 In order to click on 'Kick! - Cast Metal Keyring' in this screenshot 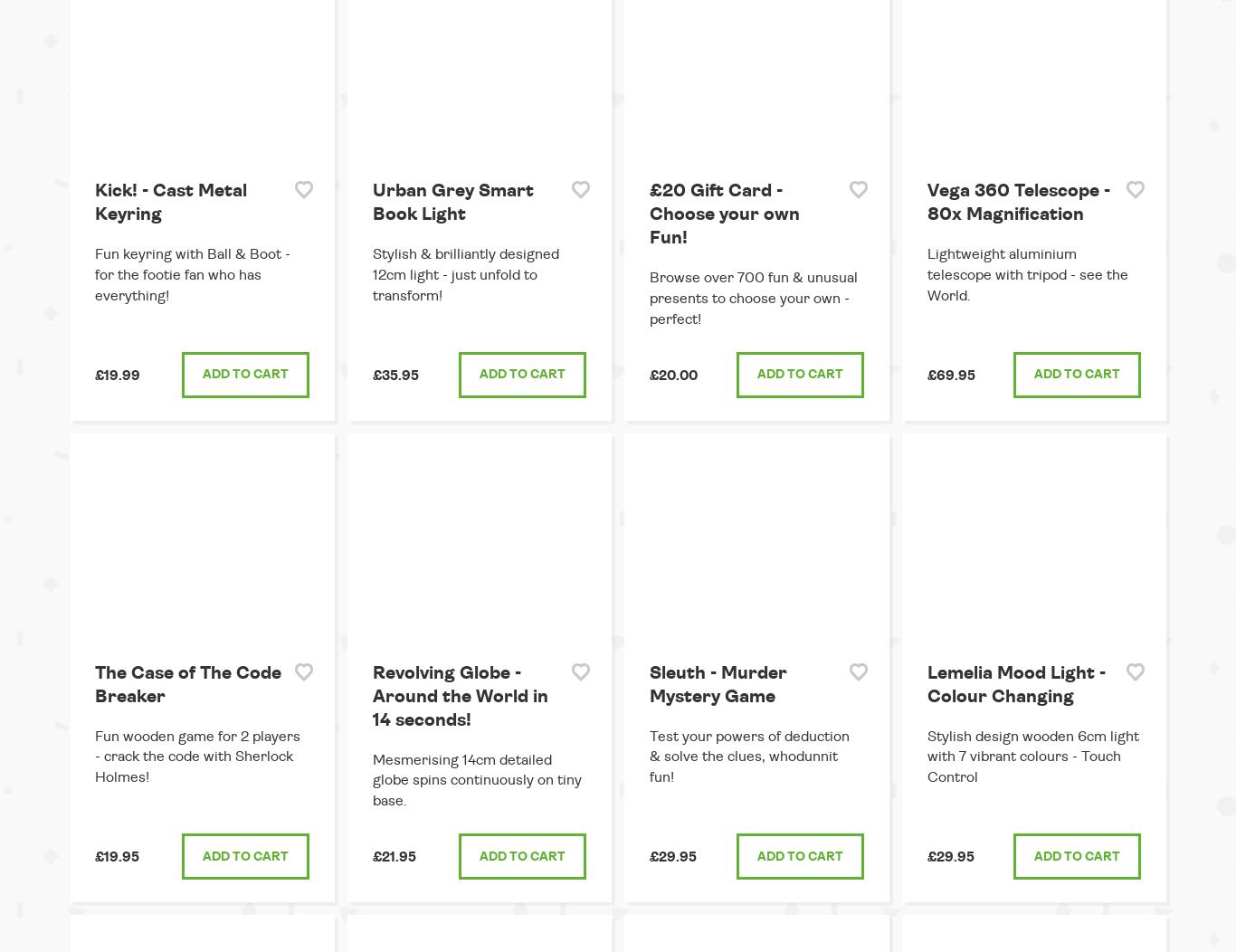, I will do `click(170, 201)`.